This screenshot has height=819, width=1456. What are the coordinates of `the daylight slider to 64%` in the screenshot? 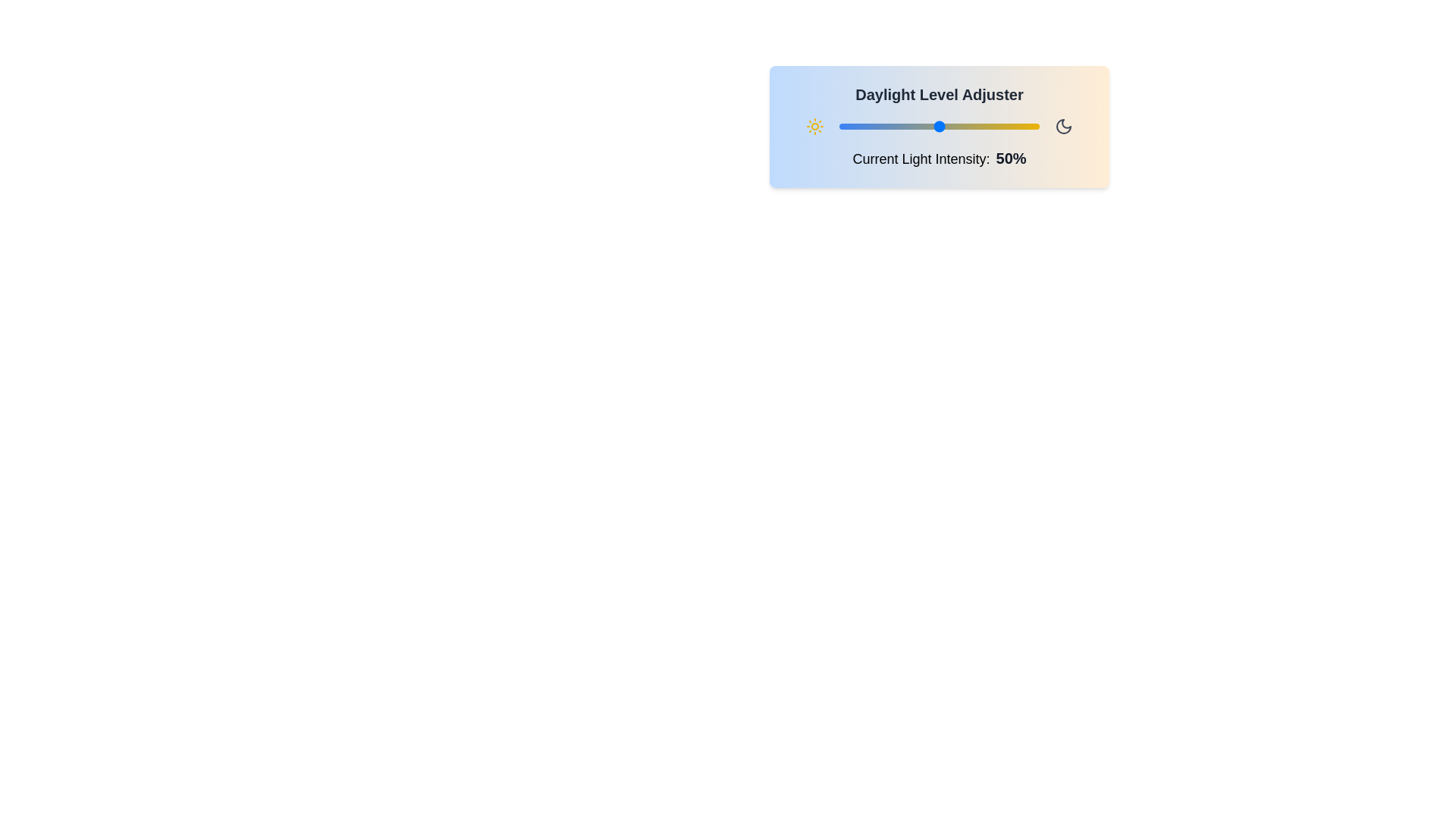 It's located at (967, 125).